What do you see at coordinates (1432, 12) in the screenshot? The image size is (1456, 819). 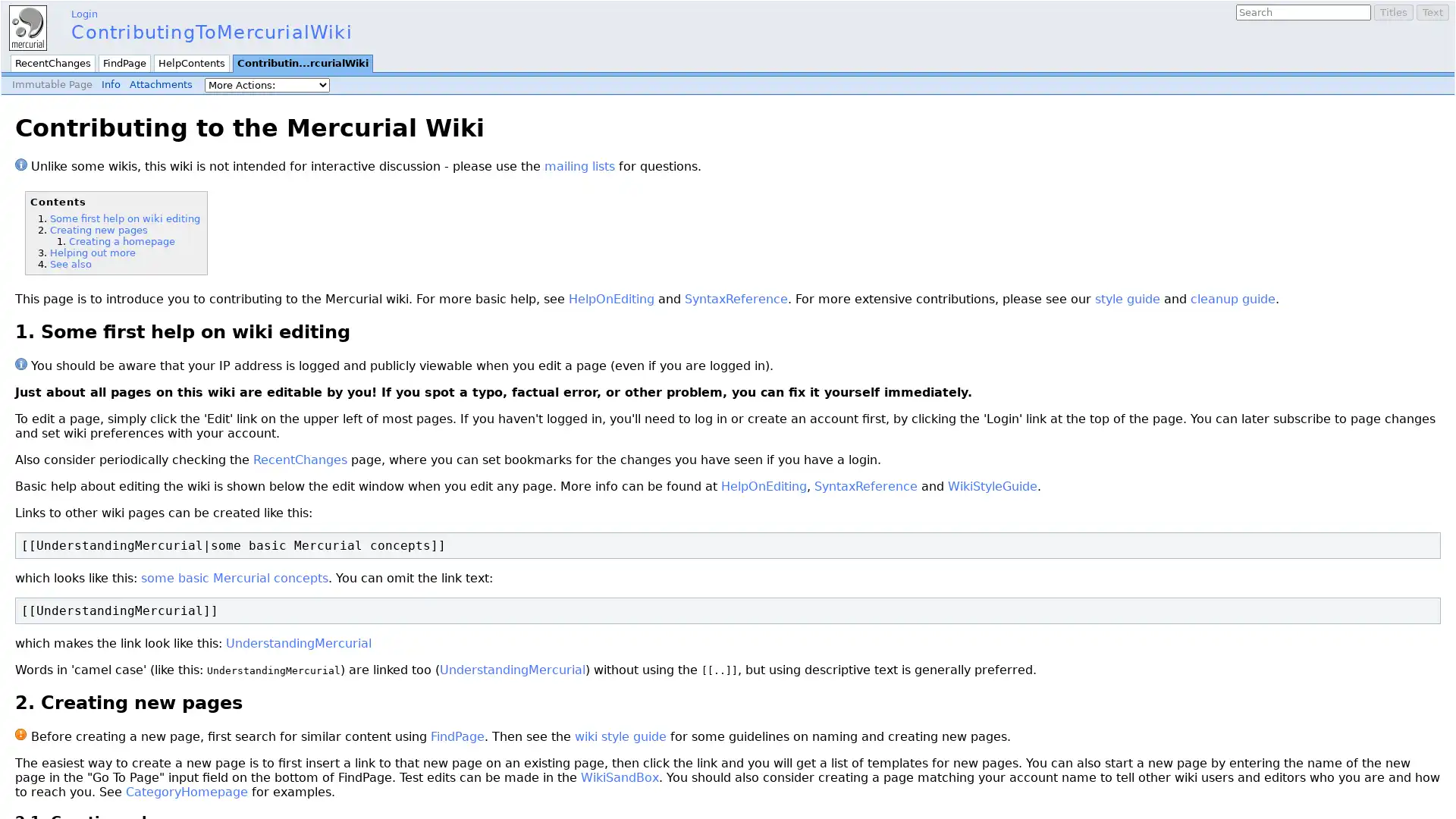 I see `Text` at bounding box center [1432, 12].